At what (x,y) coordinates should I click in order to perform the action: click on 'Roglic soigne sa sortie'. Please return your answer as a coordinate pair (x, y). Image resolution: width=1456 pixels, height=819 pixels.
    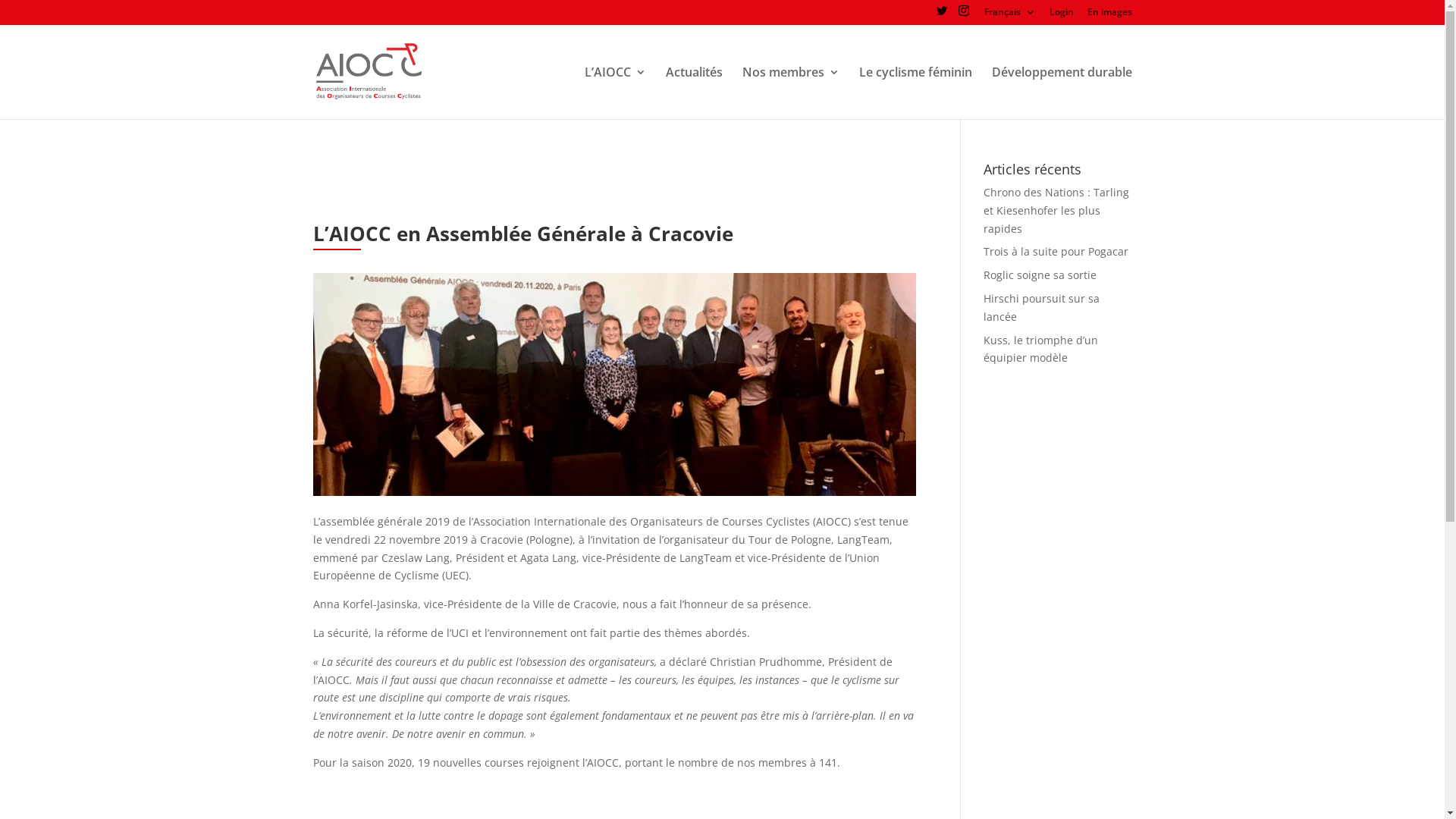
    Looking at the image, I should click on (1039, 275).